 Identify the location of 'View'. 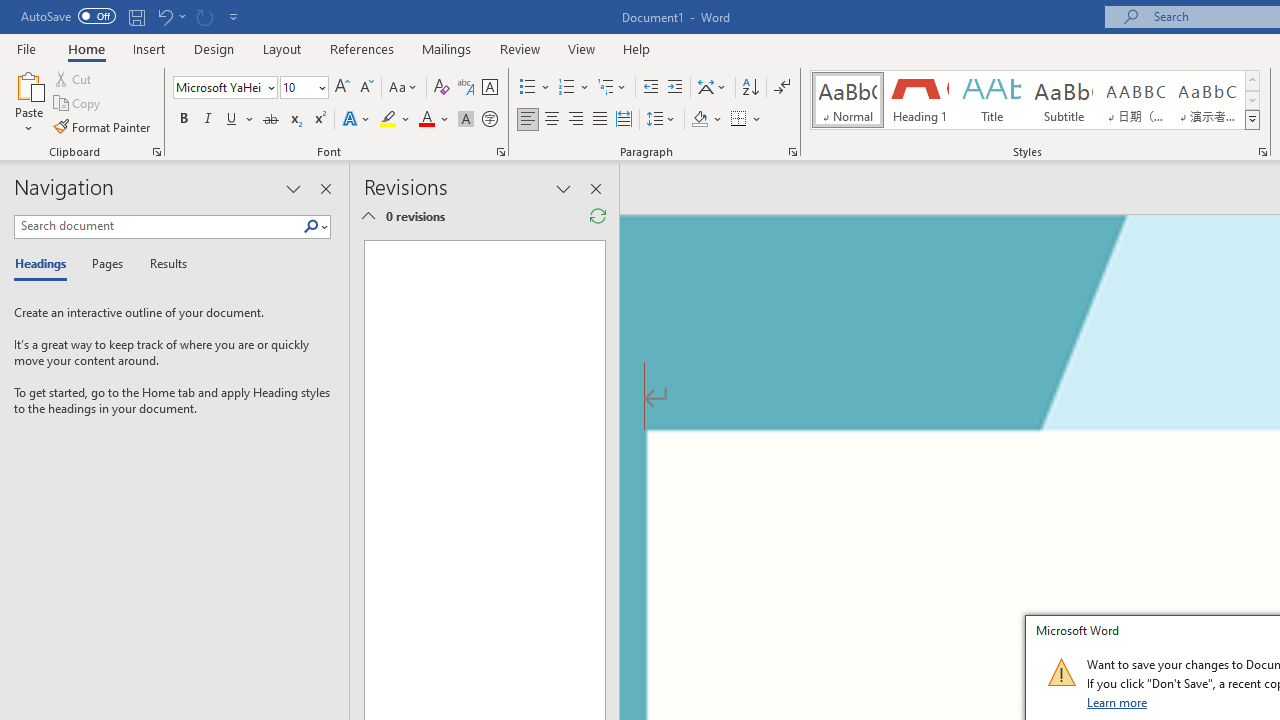
(581, 48).